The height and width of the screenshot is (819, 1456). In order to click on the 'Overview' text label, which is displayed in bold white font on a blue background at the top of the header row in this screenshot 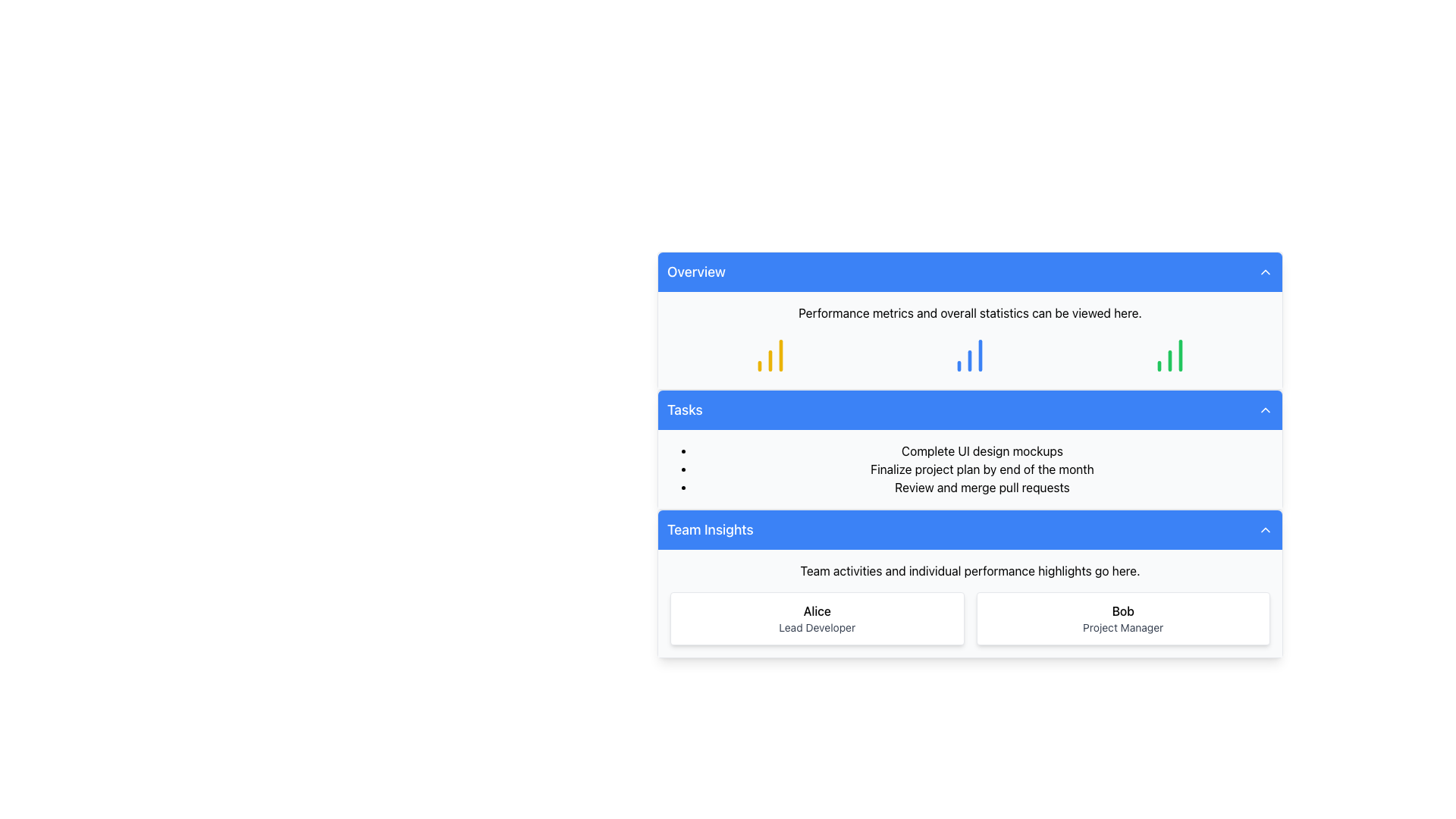, I will do `click(695, 271)`.